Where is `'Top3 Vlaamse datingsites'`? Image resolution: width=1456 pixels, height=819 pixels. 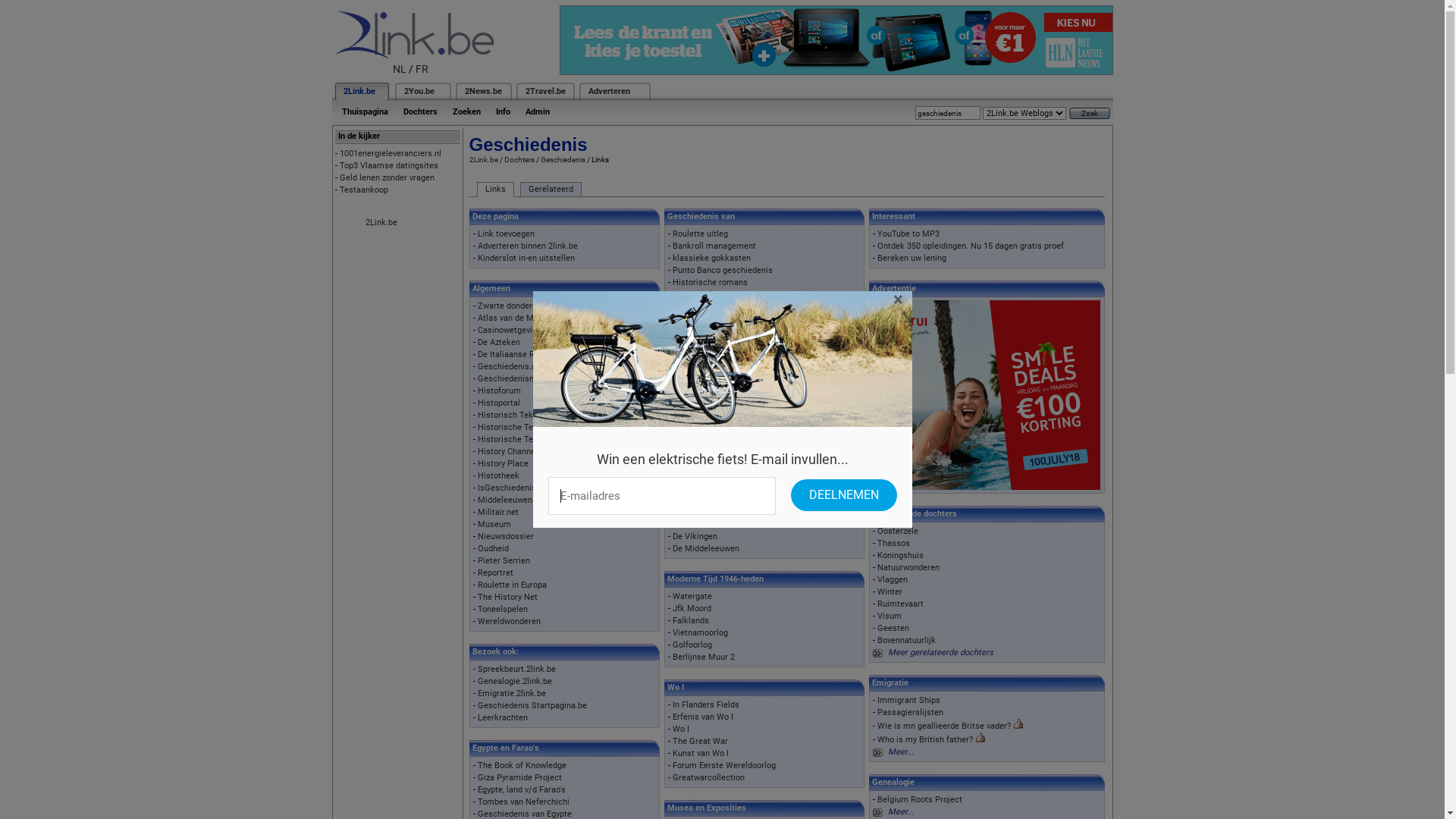
'Top3 Vlaamse datingsites' is located at coordinates (389, 165).